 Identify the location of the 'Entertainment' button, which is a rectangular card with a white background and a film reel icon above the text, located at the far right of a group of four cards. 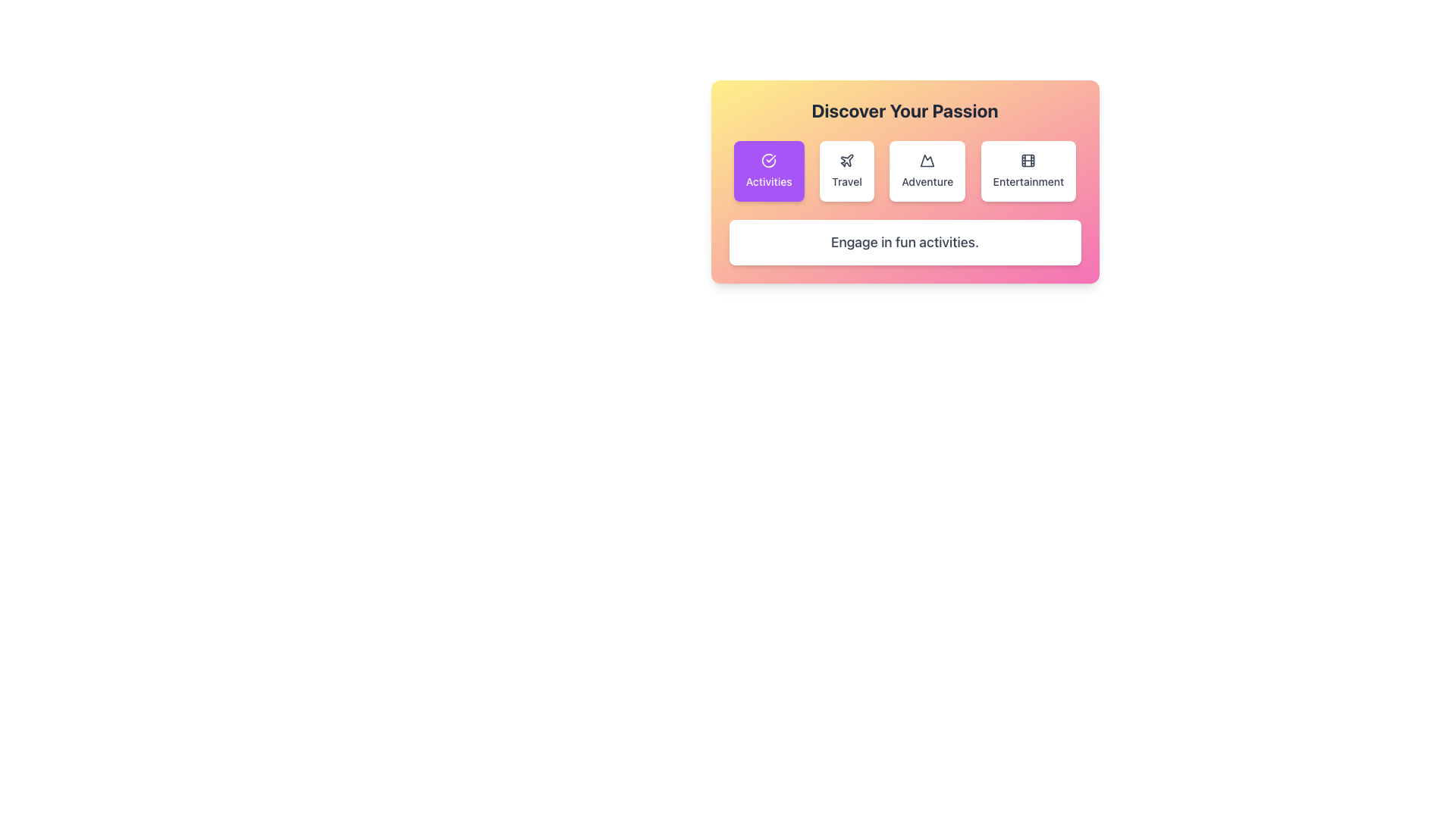
(1028, 171).